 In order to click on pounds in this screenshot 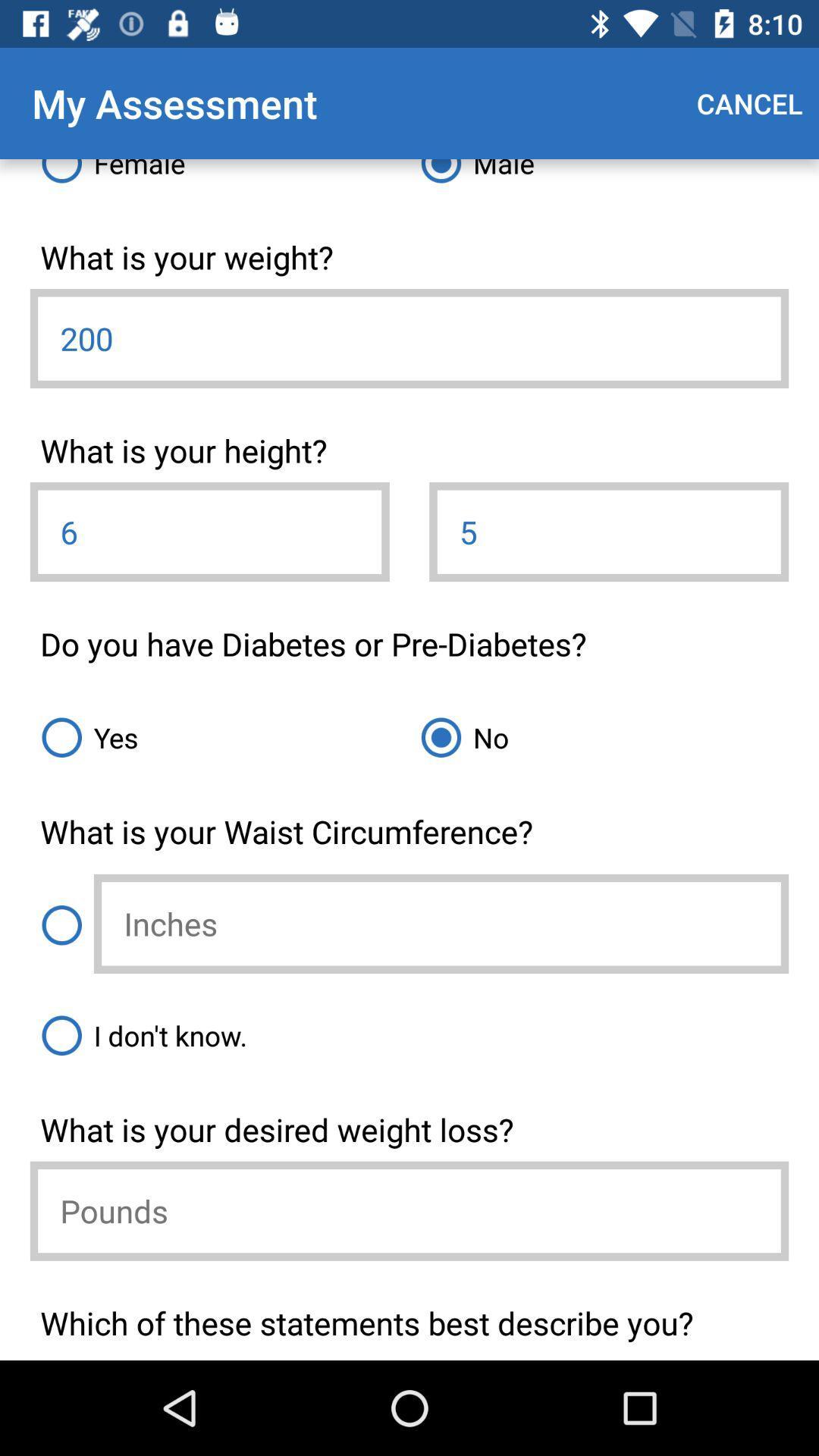, I will do `click(409, 1210)`.